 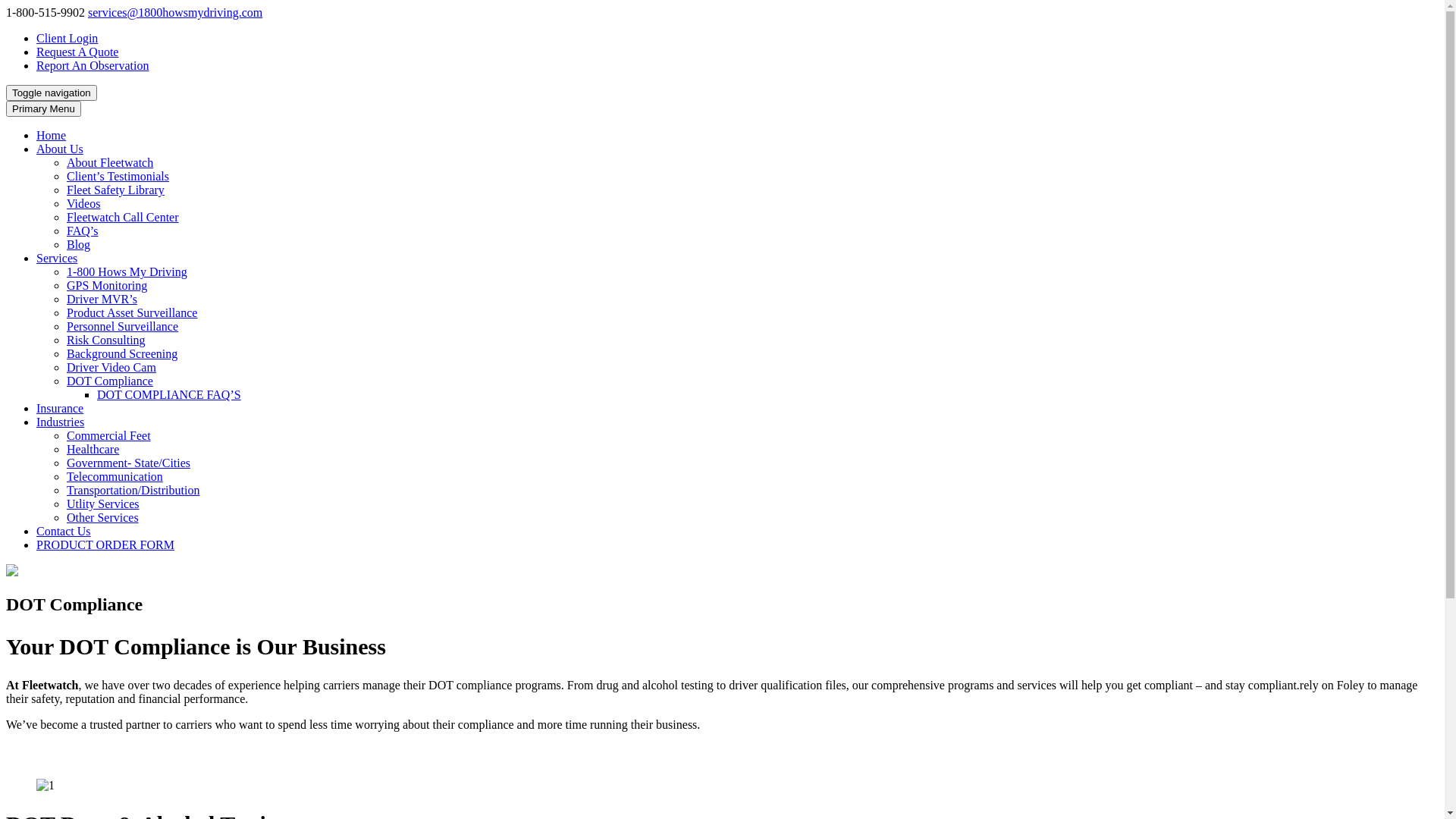 What do you see at coordinates (108, 435) in the screenshot?
I see `'Commercial Feet'` at bounding box center [108, 435].